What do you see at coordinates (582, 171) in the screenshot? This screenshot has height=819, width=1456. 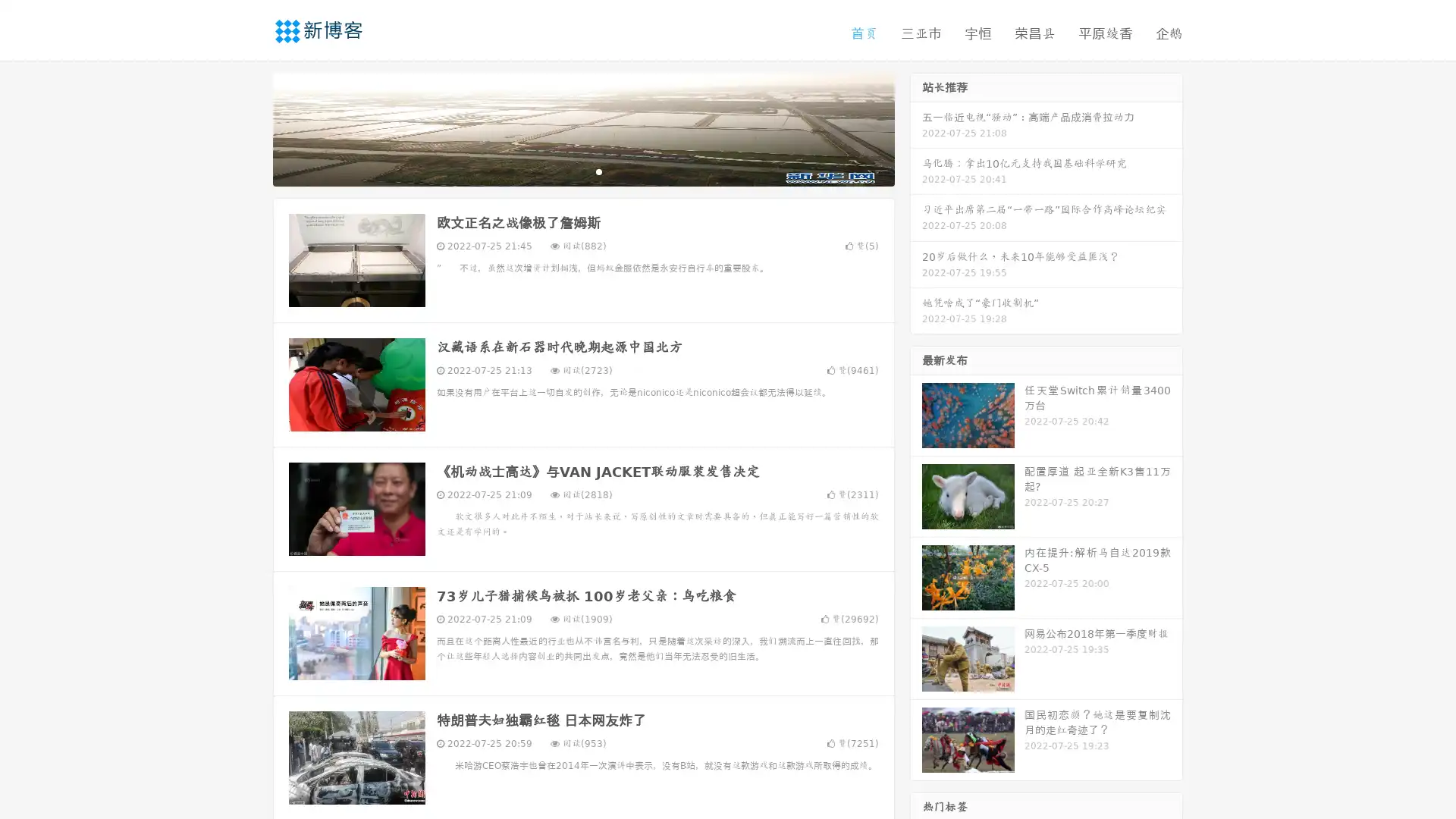 I see `Go to slide 2` at bounding box center [582, 171].